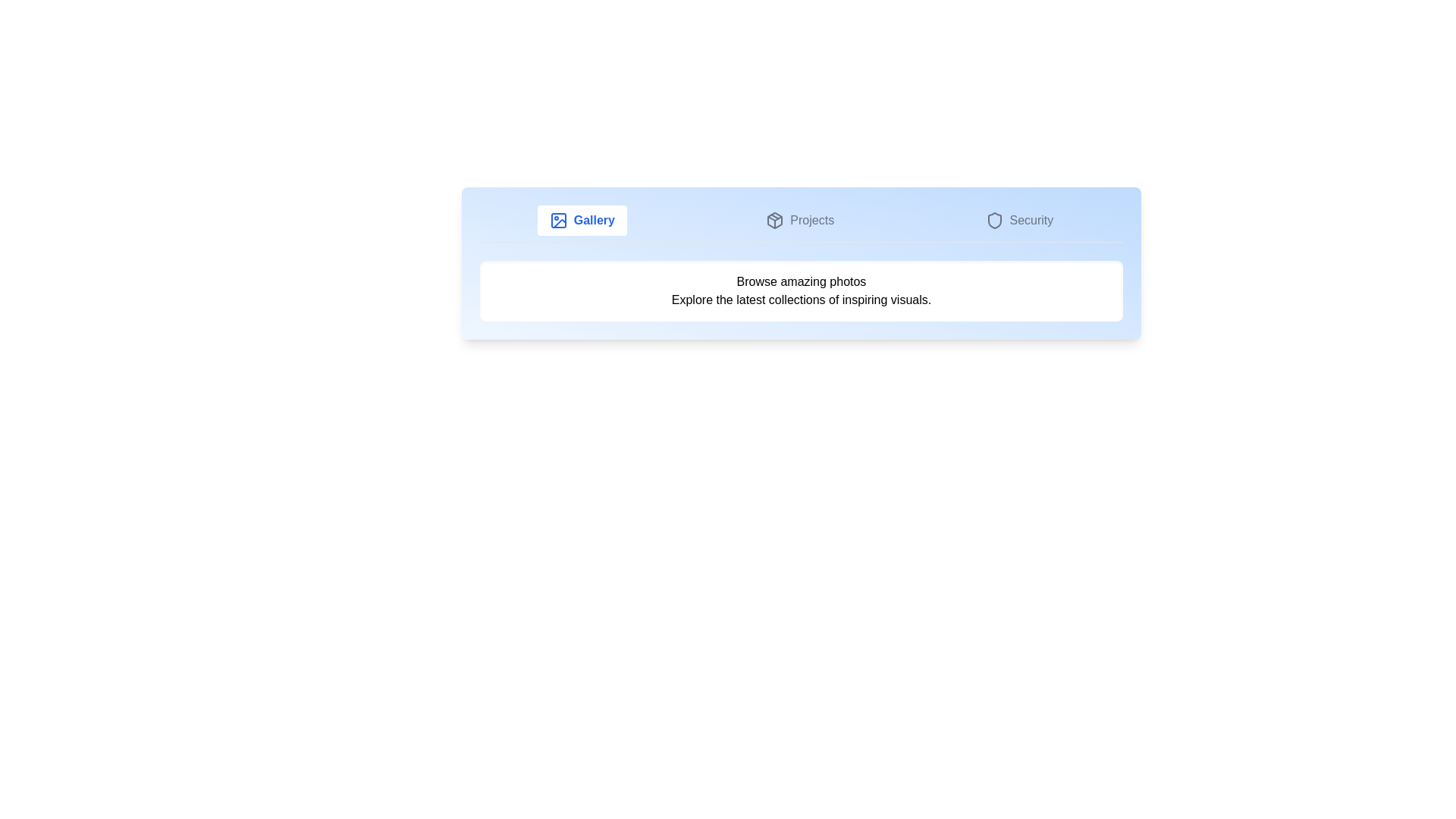 The height and width of the screenshot is (819, 1456). What do you see at coordinates (775, 220) in the screenshot?
I see `the icon associated with the Projects tab` at bounding box center [775, 220].